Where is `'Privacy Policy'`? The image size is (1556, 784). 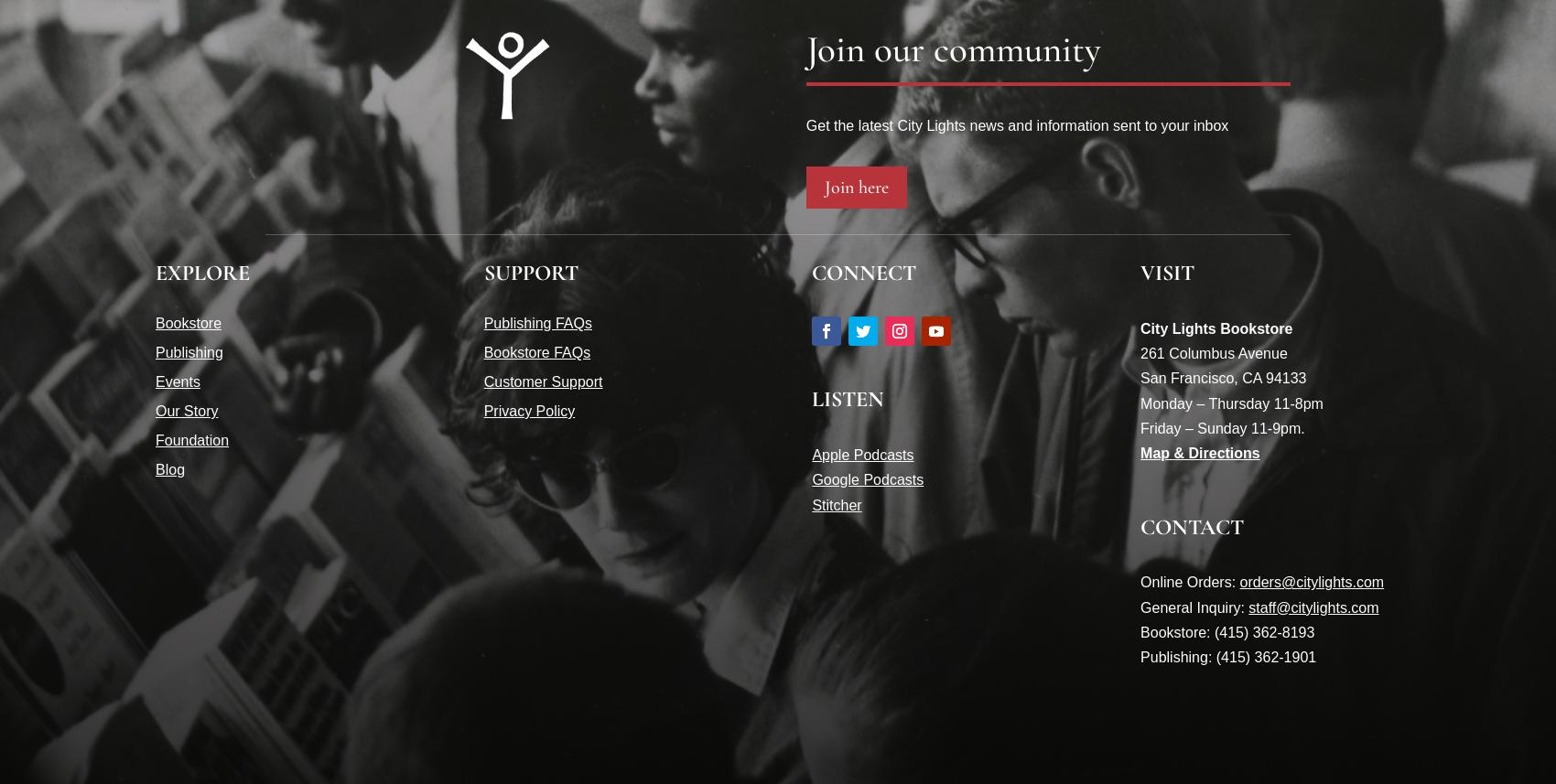
'Privacy Policy' is located at coordinates (528, 410).